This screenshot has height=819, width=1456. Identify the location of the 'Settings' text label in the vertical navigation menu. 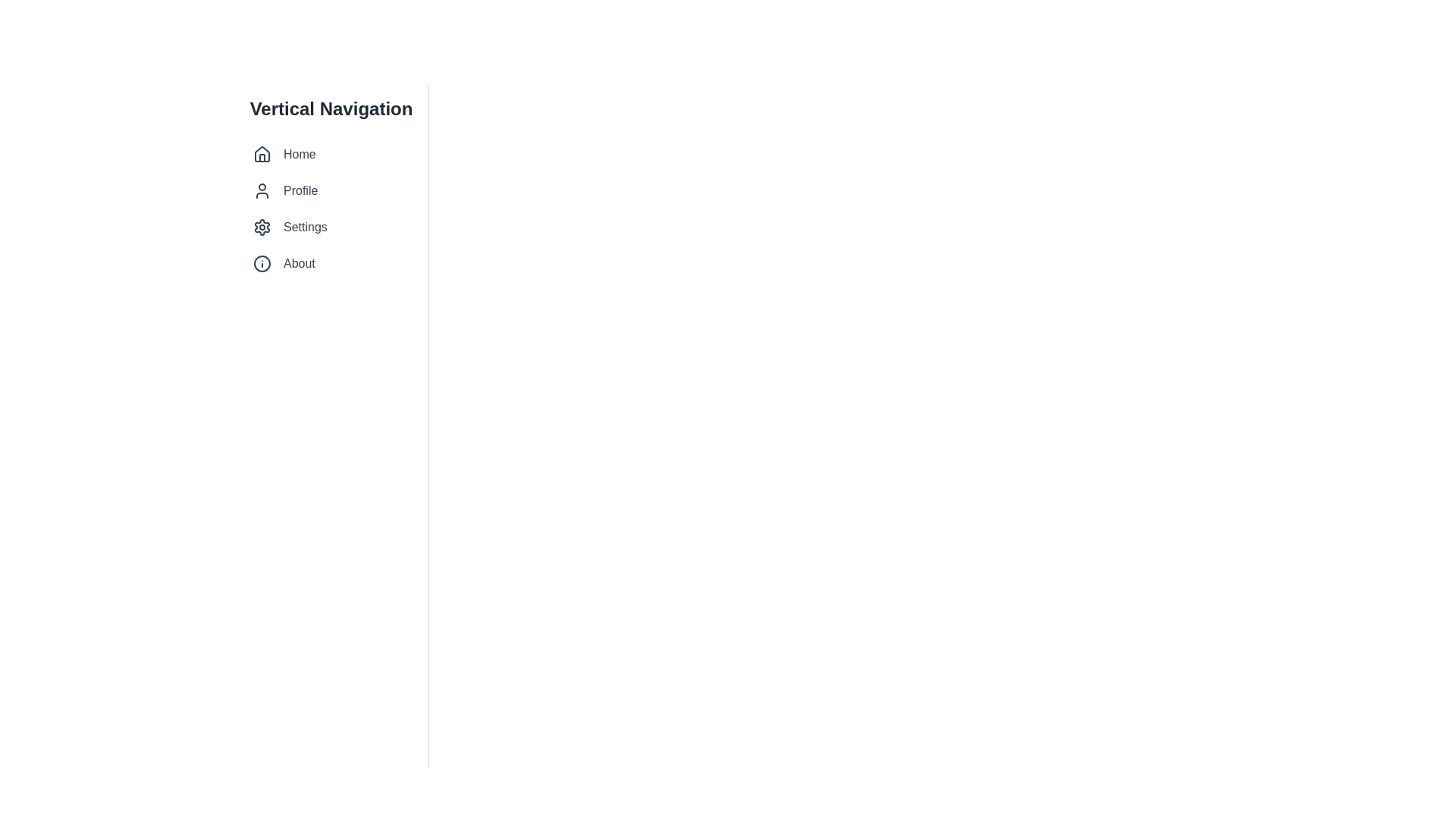
(304, 227).